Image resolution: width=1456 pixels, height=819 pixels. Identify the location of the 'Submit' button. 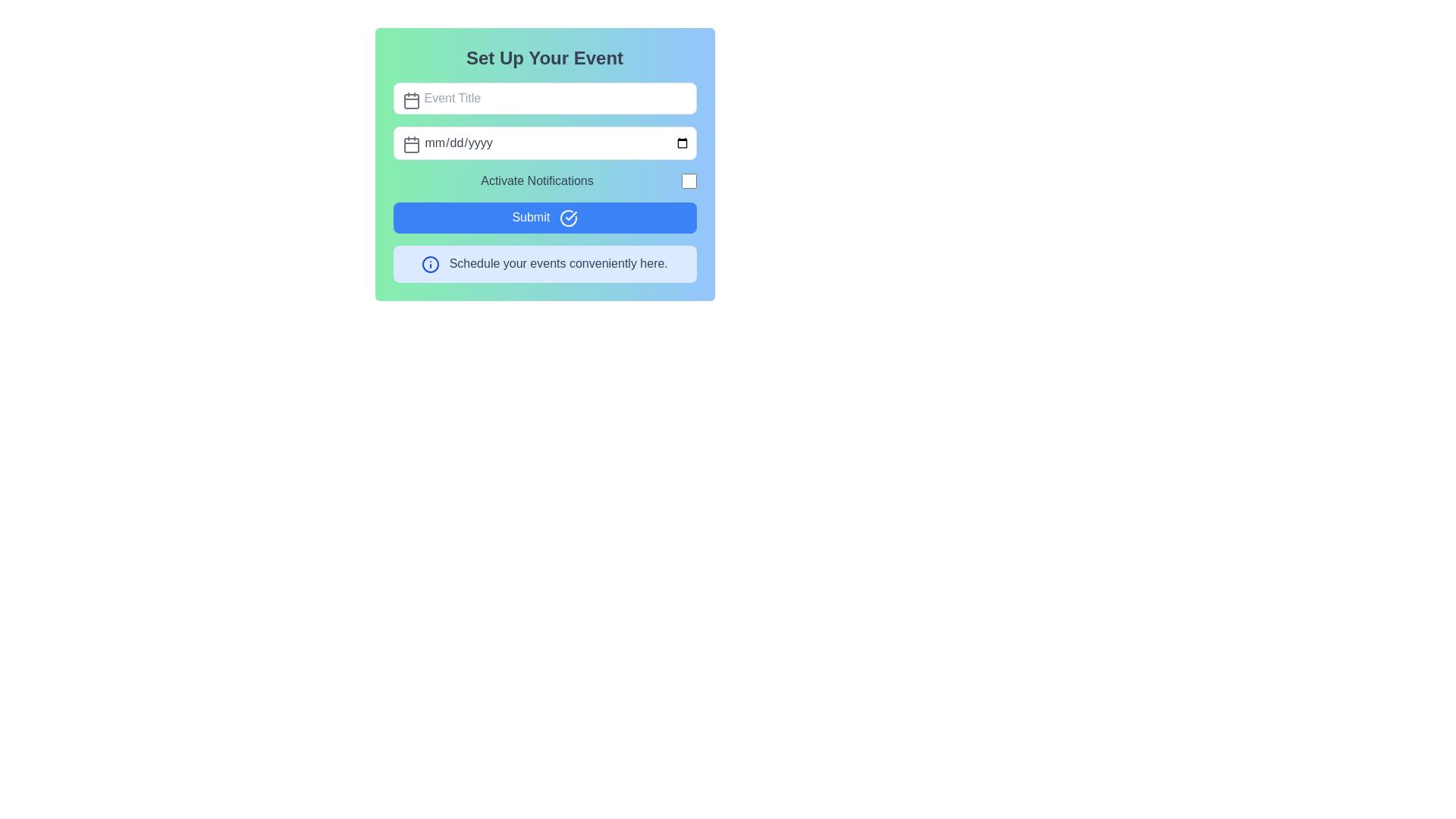
(570, 215).